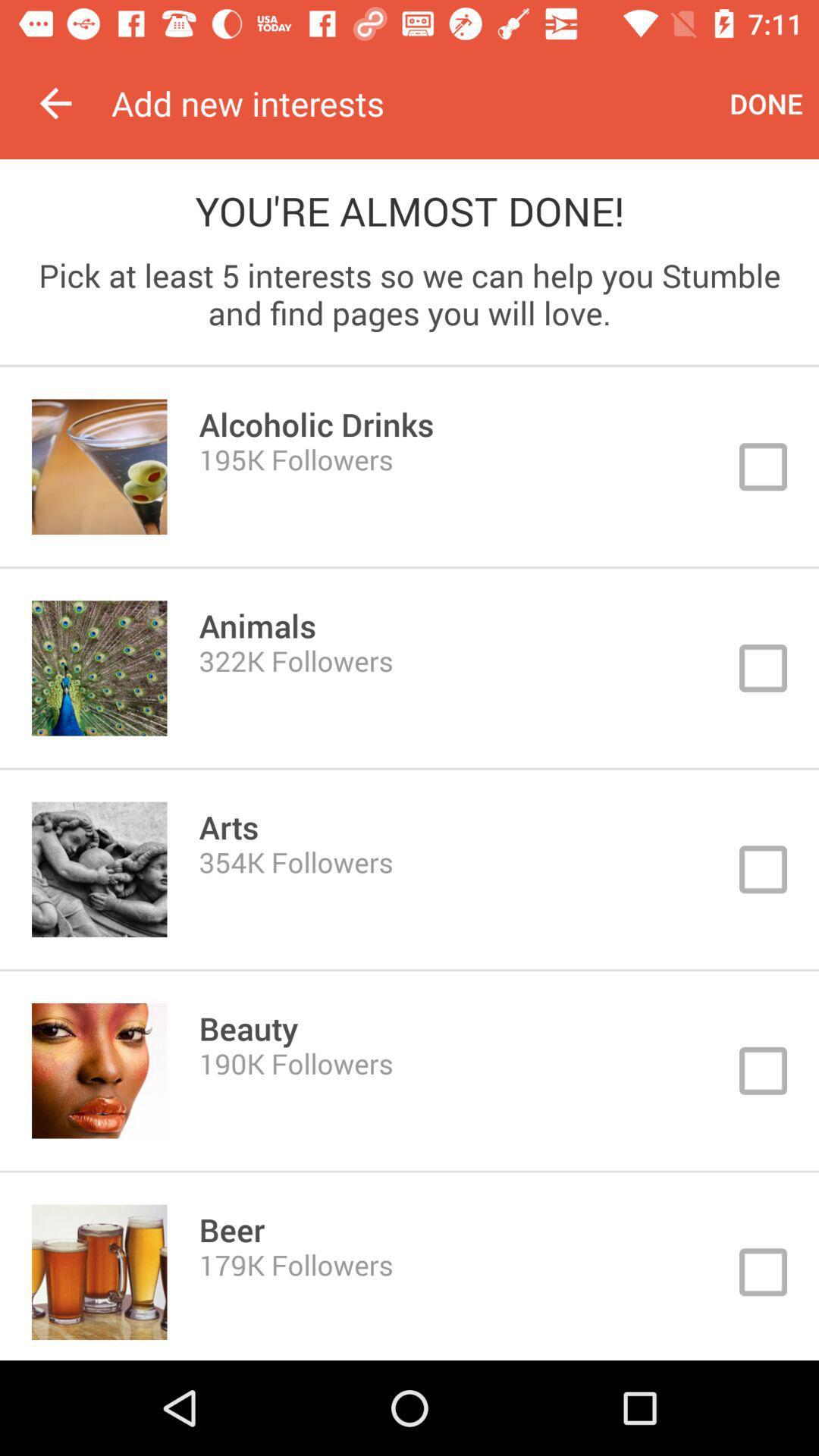  What do you see at coordinates (55, 102) in the screenshot?
I see `icon above the no data icon` at bounding box center [55, 102].